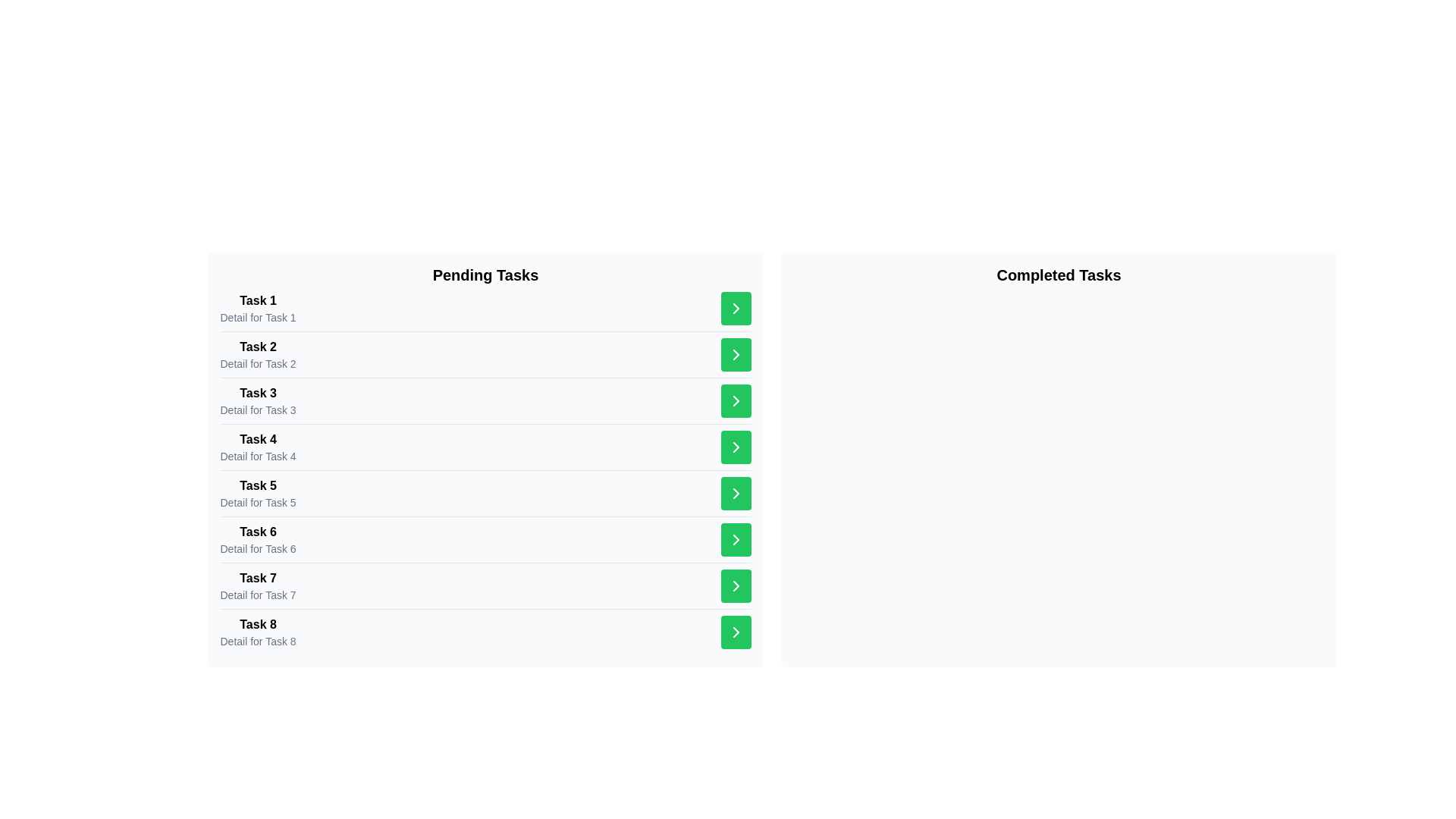  What do you see at coordinates (736, 632) in the screenshot?
I see `the button located on the right side of the row labeled 'Task 8'` at bounding box center [736, 632].